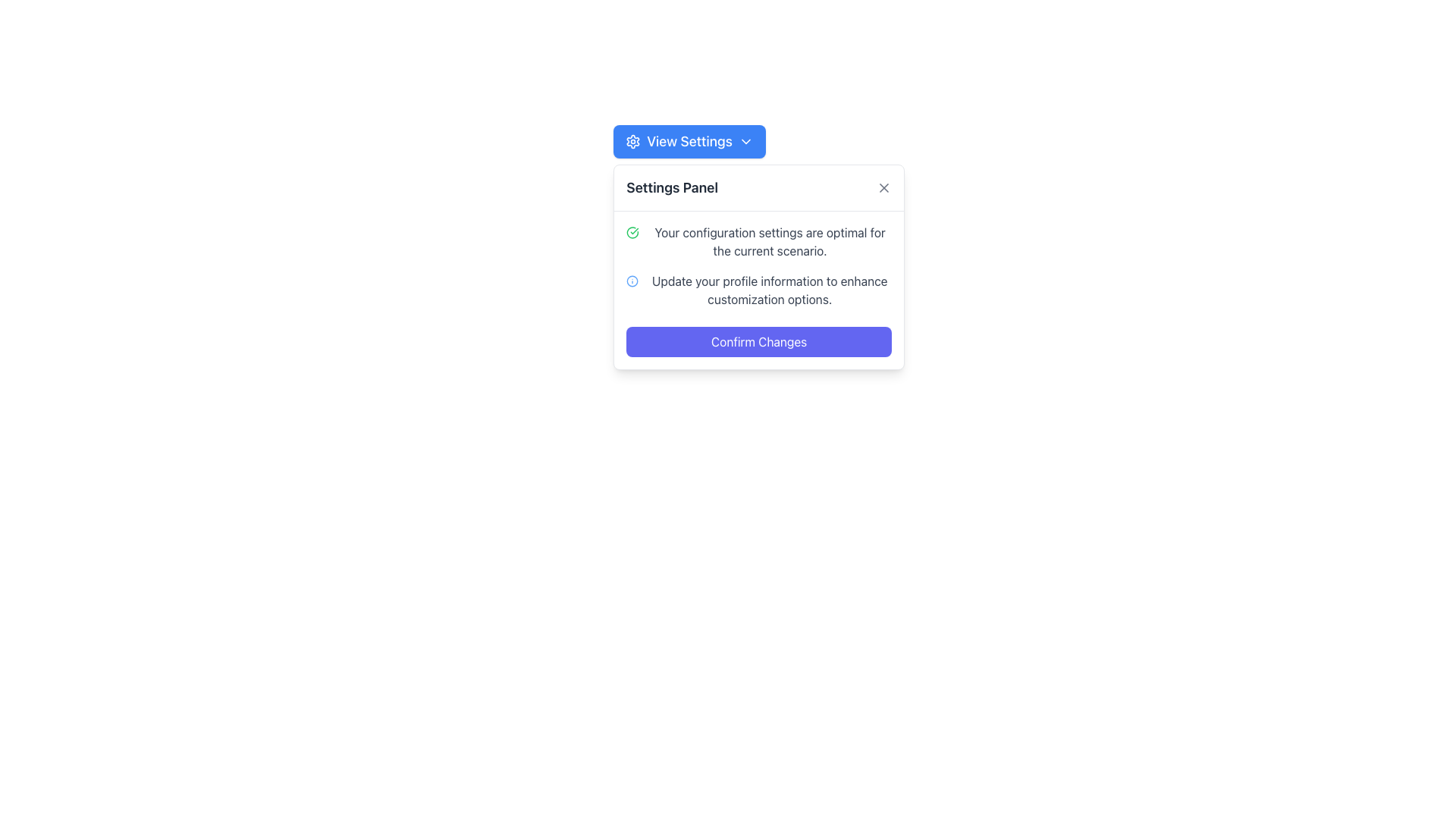 The height and width of the screenshot is (819, 1456). What do you see at coordinates (745, 141) in the screenshot?
I see `the icon located to the right of the 'View Settings' text` at bounding box center [745, 141].